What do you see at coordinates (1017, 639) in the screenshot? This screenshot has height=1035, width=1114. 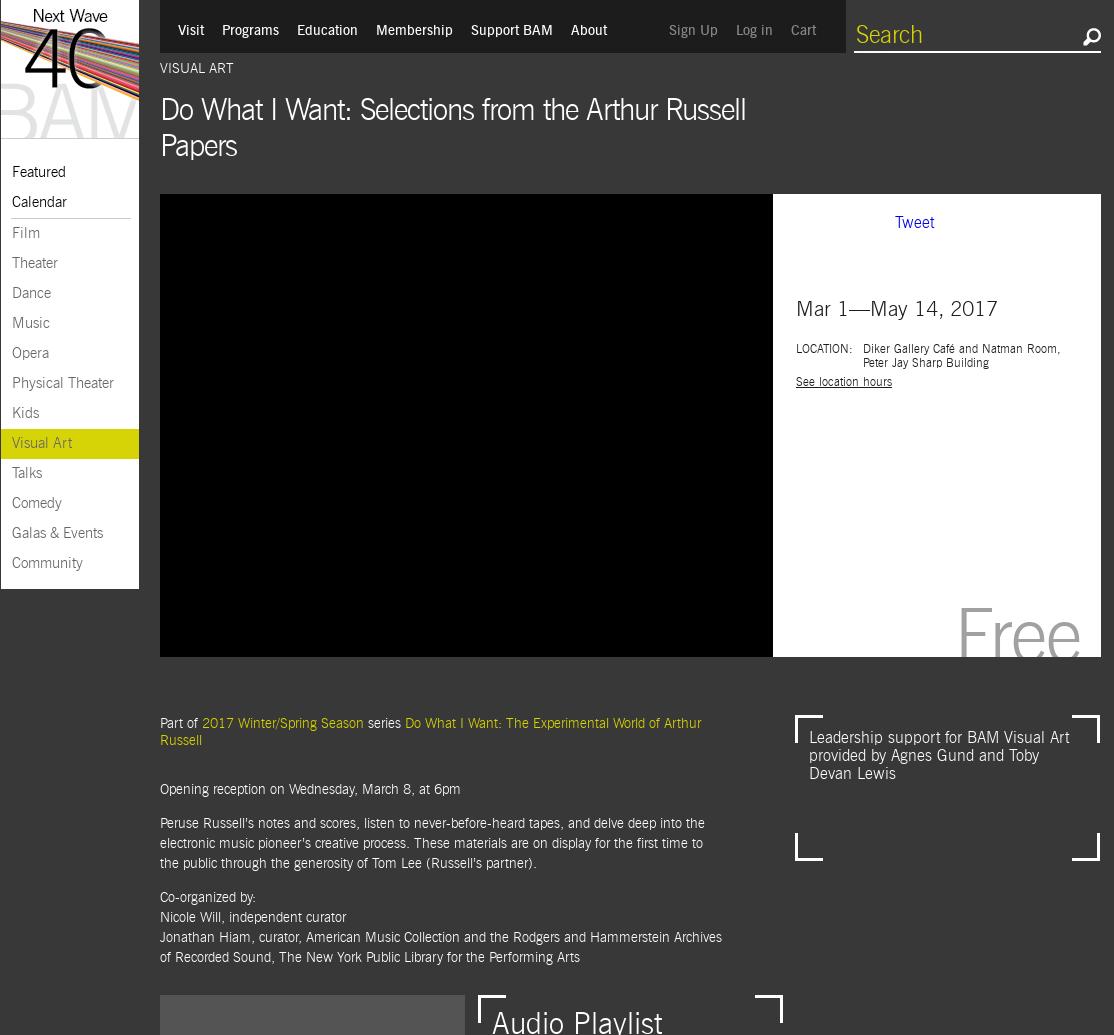 I see `'Free'` at bounding box center [1017, 639].